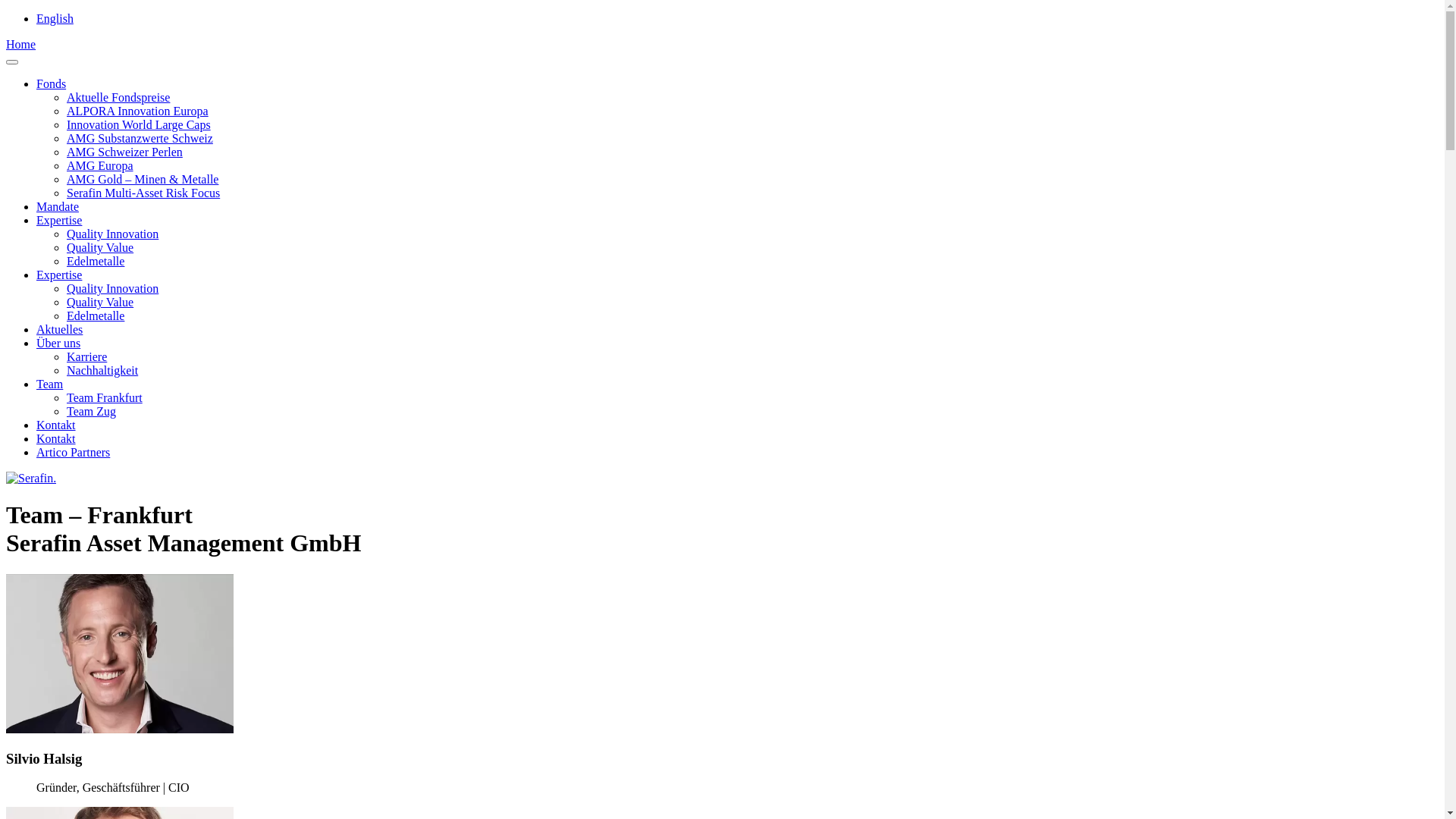  I want to click on 'Team', so click(49, 383).